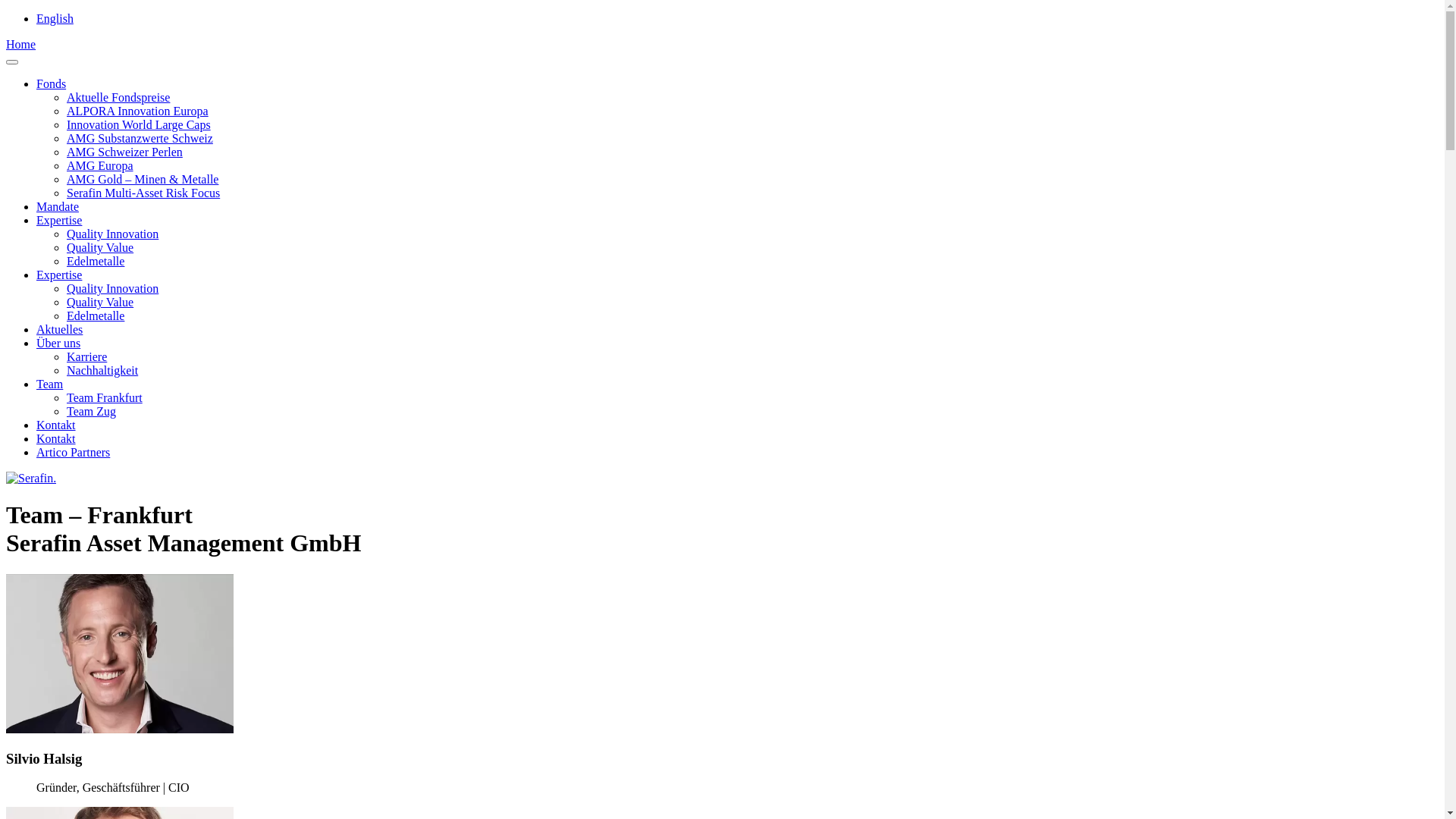  I want to click on 'Team', so click(49, 383).